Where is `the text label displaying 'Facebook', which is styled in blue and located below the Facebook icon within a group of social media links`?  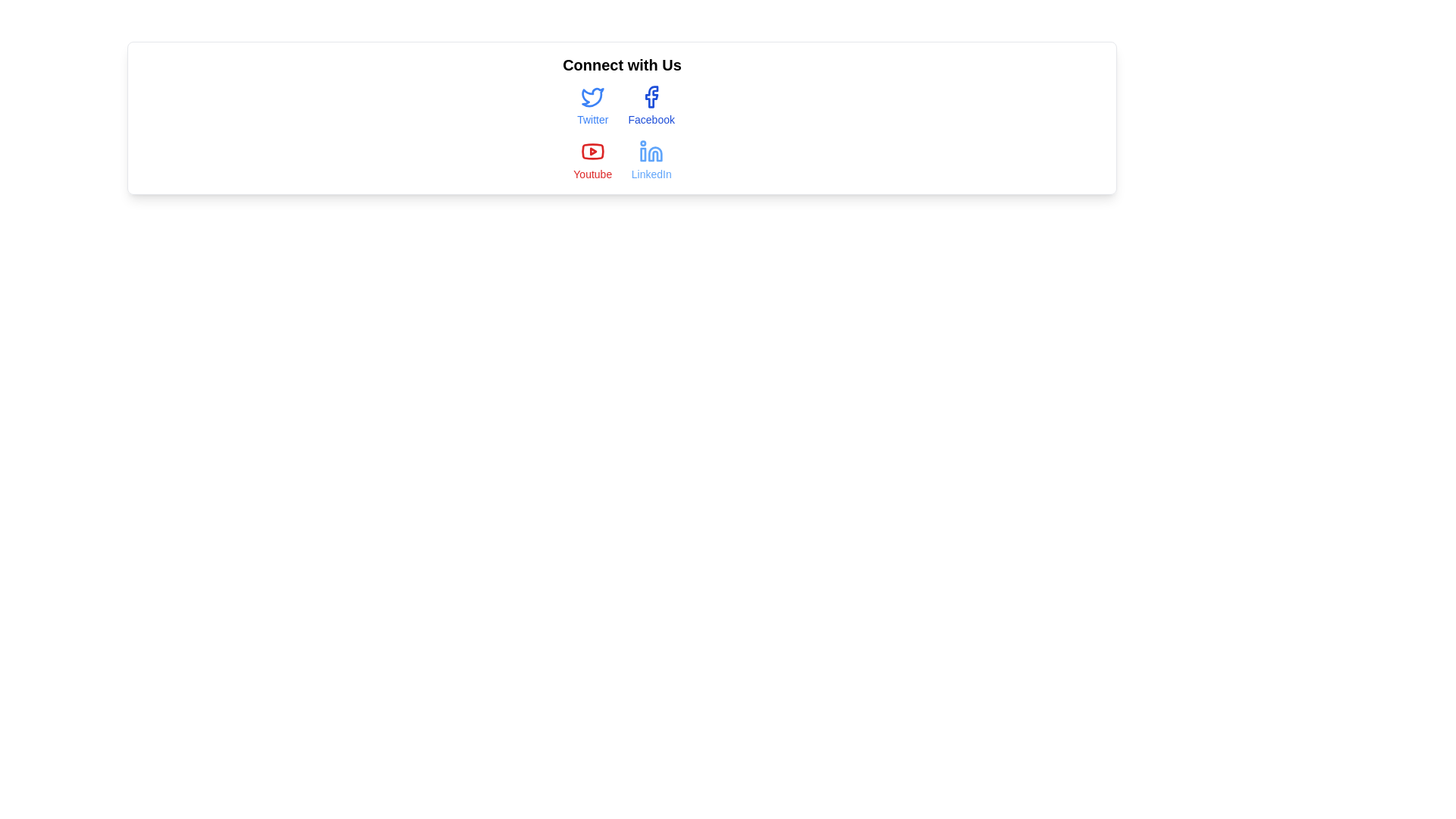 the text label displaying 'Facebook', which is styled in blue and located below the Facebook icon within a group of social media links is located at coordinates (651, 119).